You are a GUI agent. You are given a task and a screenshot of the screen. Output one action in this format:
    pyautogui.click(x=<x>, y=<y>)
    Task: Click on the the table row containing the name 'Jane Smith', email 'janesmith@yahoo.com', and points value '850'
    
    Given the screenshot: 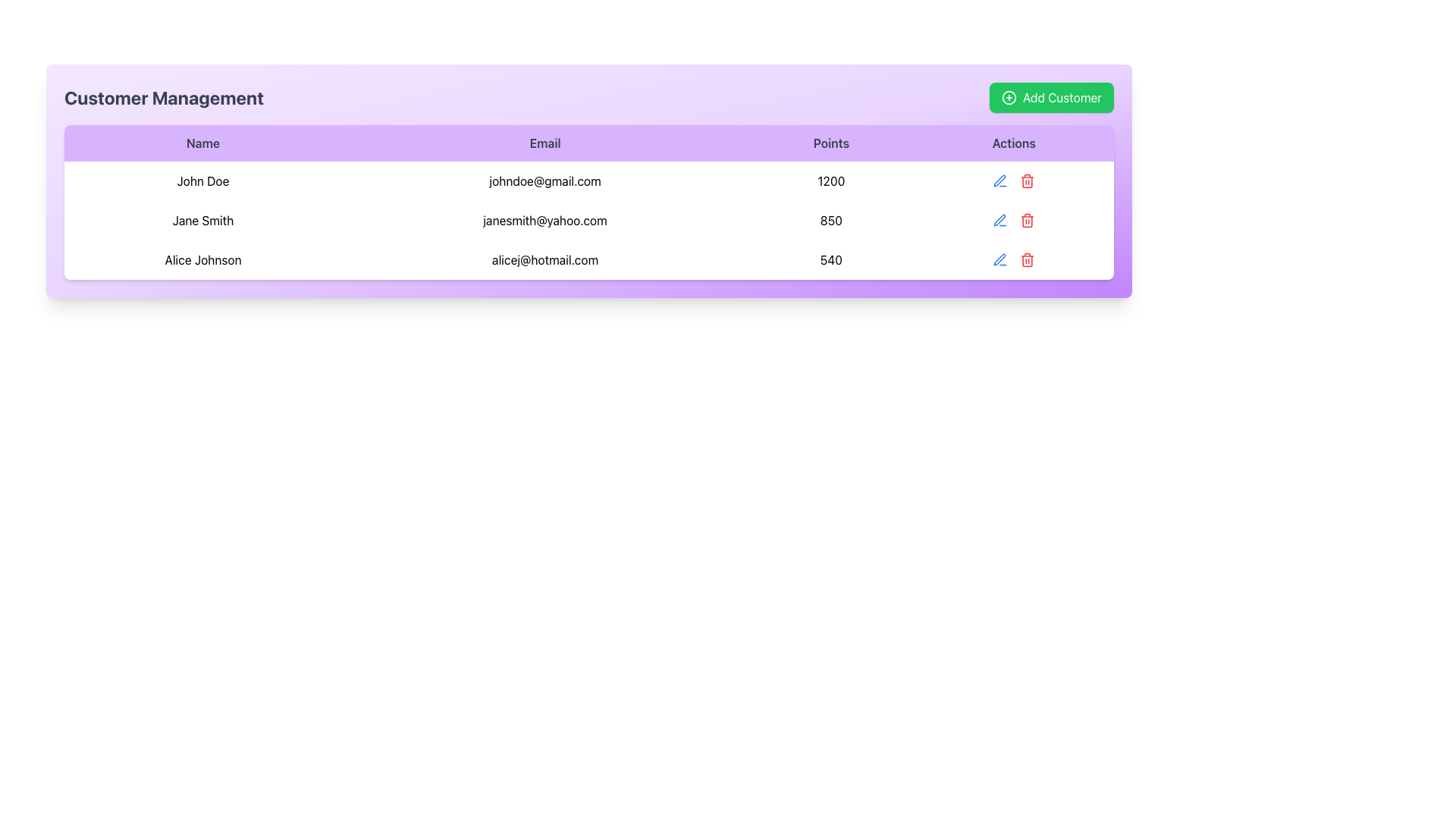 What is the action you would take?
    pyautogui.click(x=588, y=220)
    